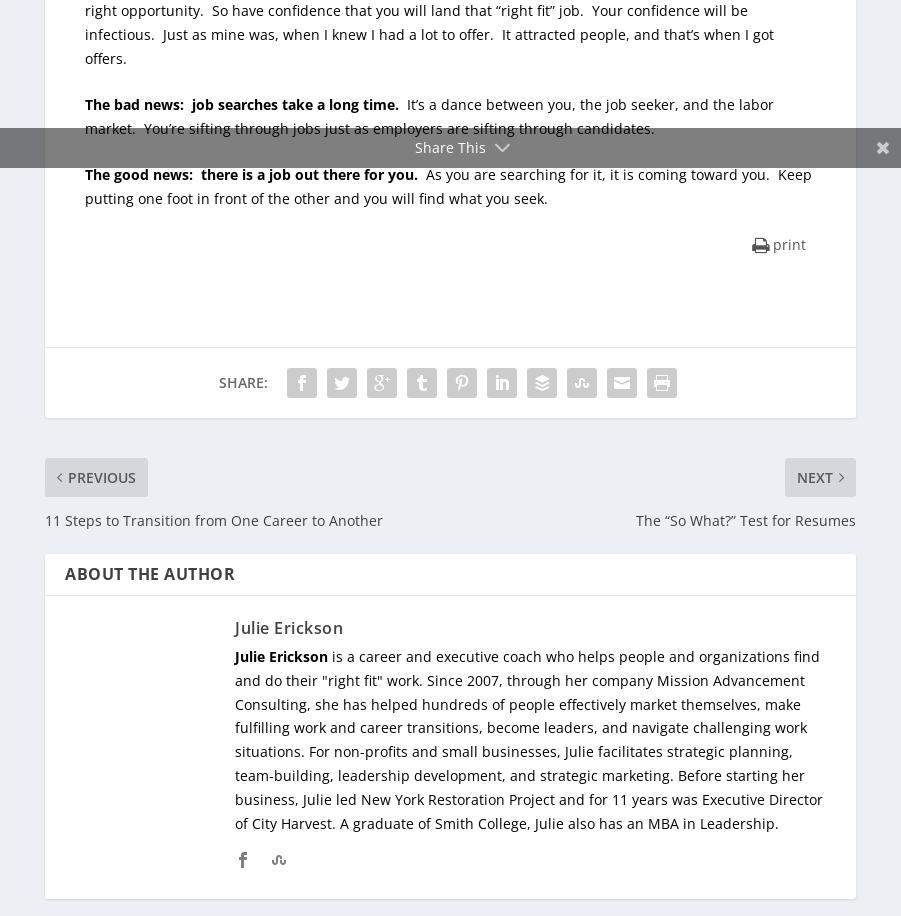  What do you see at coordinates (528, 739) in the screenshot?
I see `'is a career and executive coach who helps people and organizations find and do their "right fit" work. Since 2007, through her company Mission Advancement Consulting, she has helped hundreds of people effectively market themselves, make fulfilling work and career transitions, become leaders, and navigate challenging work situations. For non-profits and small businesses, Julie facilitates strategic planning, team-building, leadership development, and strategic marketing. Before starting her business, Julie led New York Restoration Project and for 11 years was Executive Director of City Harvest. A graduate of Smith College, Julie also has an MBA in Leadership.'` at bounding box center [528, 739].